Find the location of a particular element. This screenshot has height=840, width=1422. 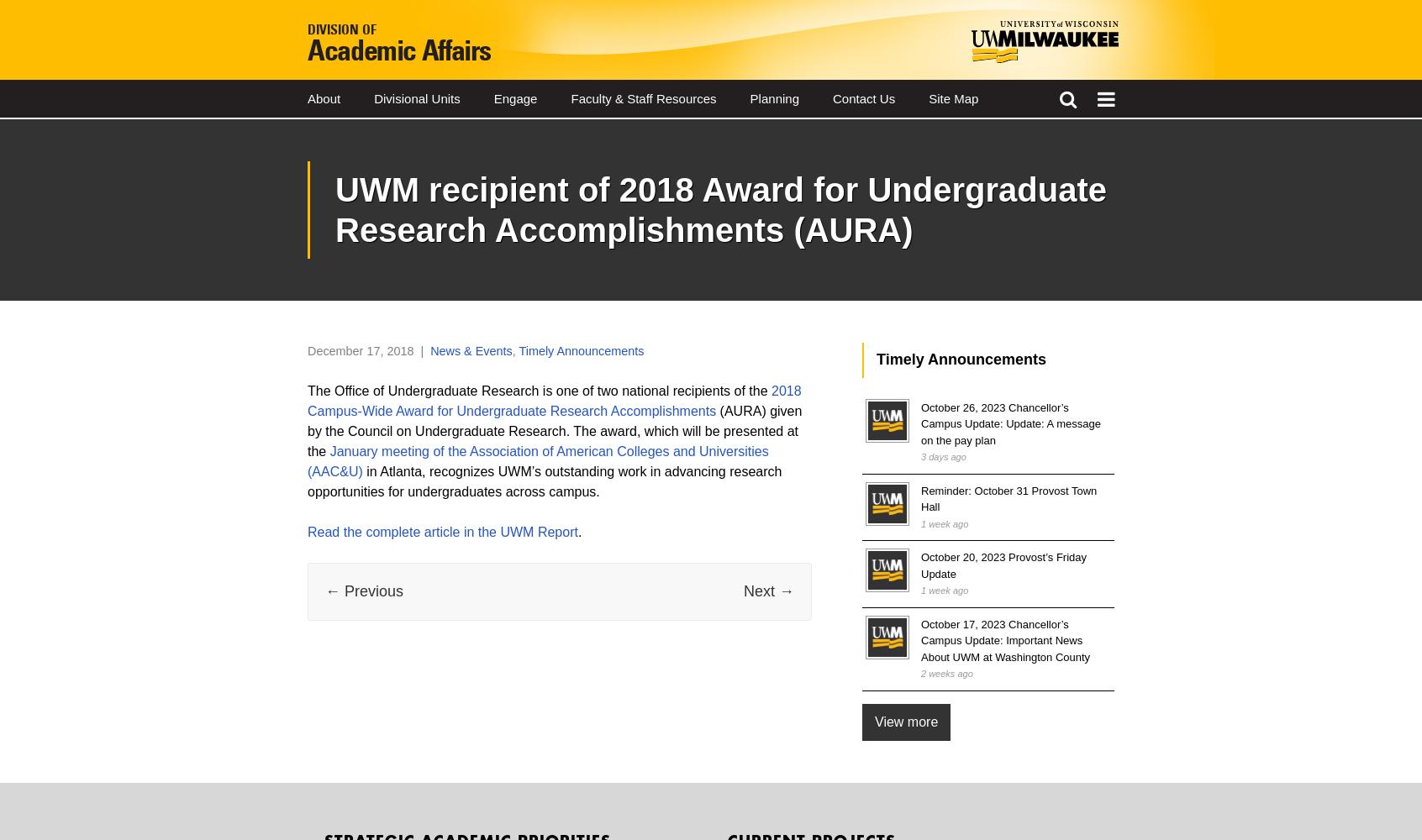

',' is located at coordinates (514, 351).